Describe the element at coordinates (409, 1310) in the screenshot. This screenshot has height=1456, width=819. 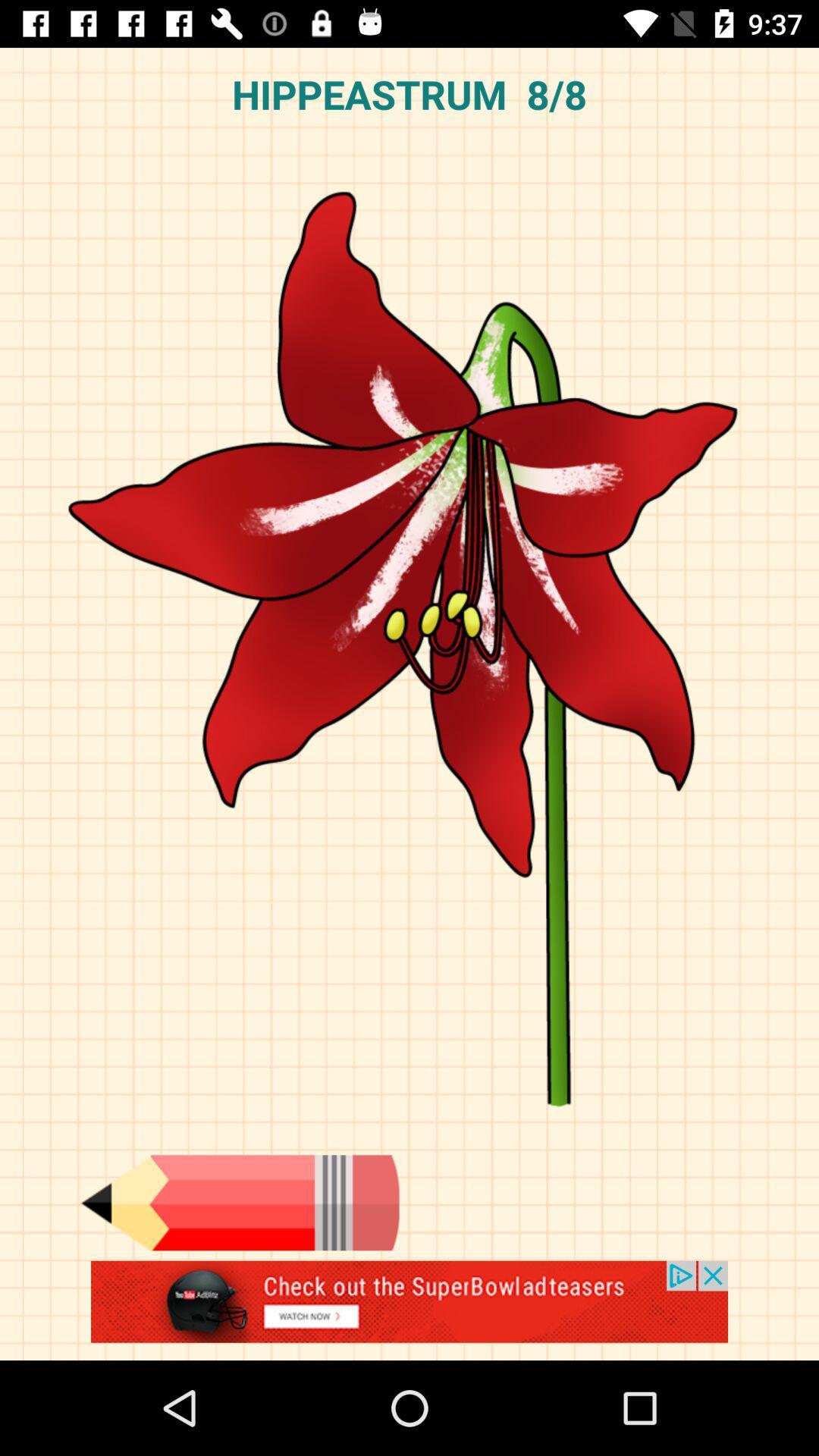
I see `advertisement` at that location.